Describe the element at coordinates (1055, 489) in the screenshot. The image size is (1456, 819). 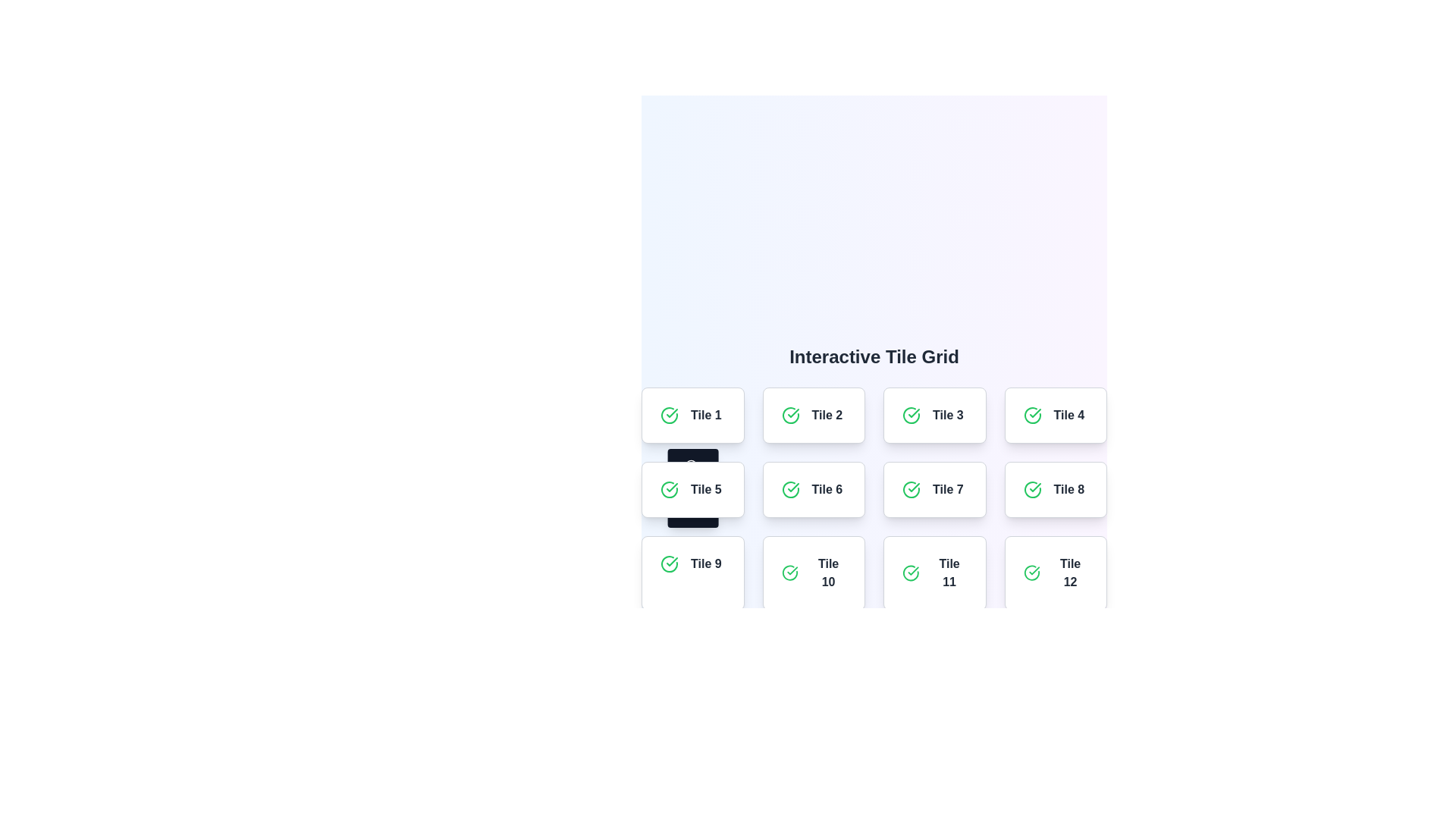
I see `the grouped component of icon and label located in the second row, fourth tile from the left in the interactive grid interface` at that location.